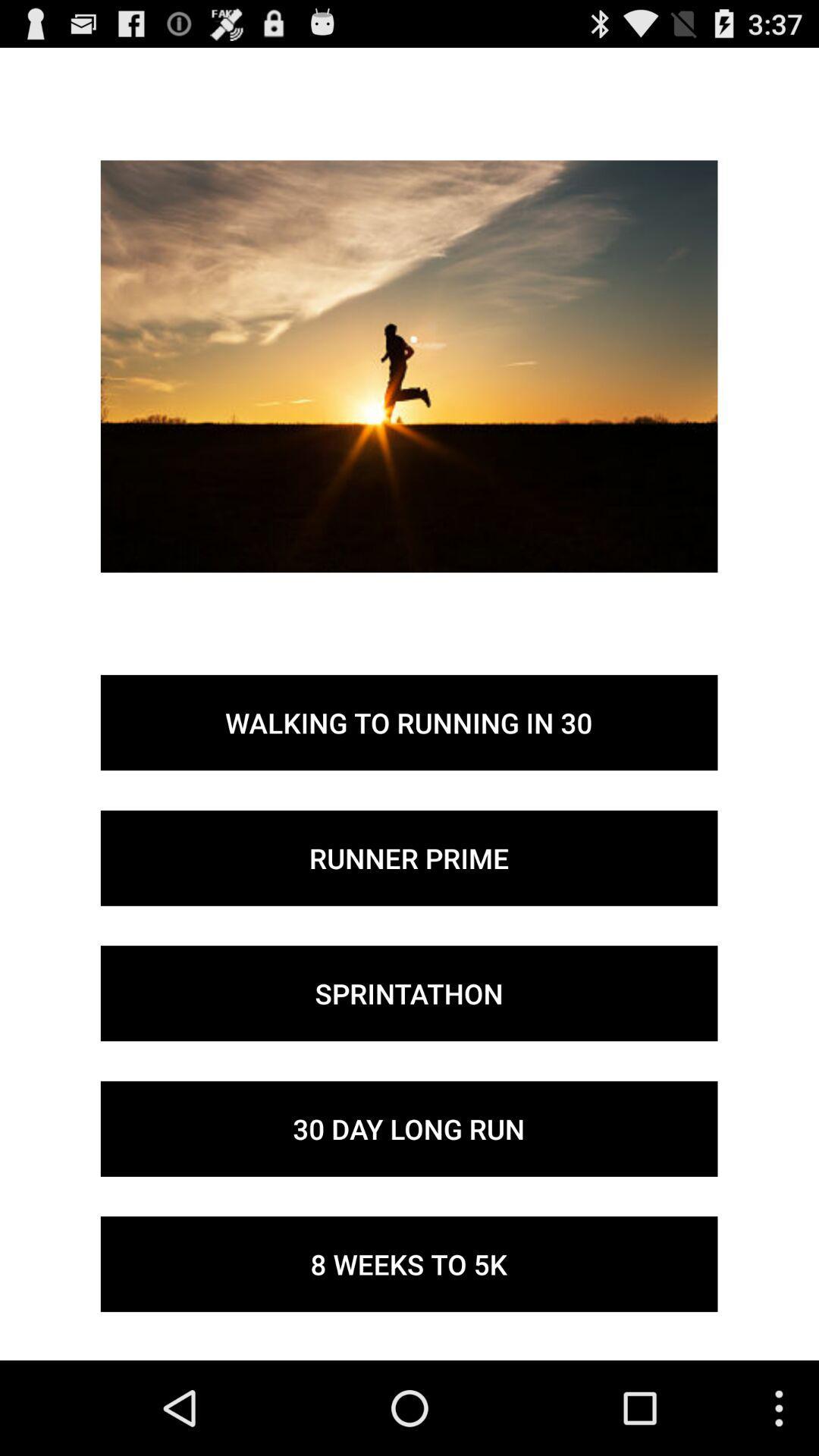 This screenshot has height=1456, width=819. I want to click on the button below the walking to running button, so click(408, 858).